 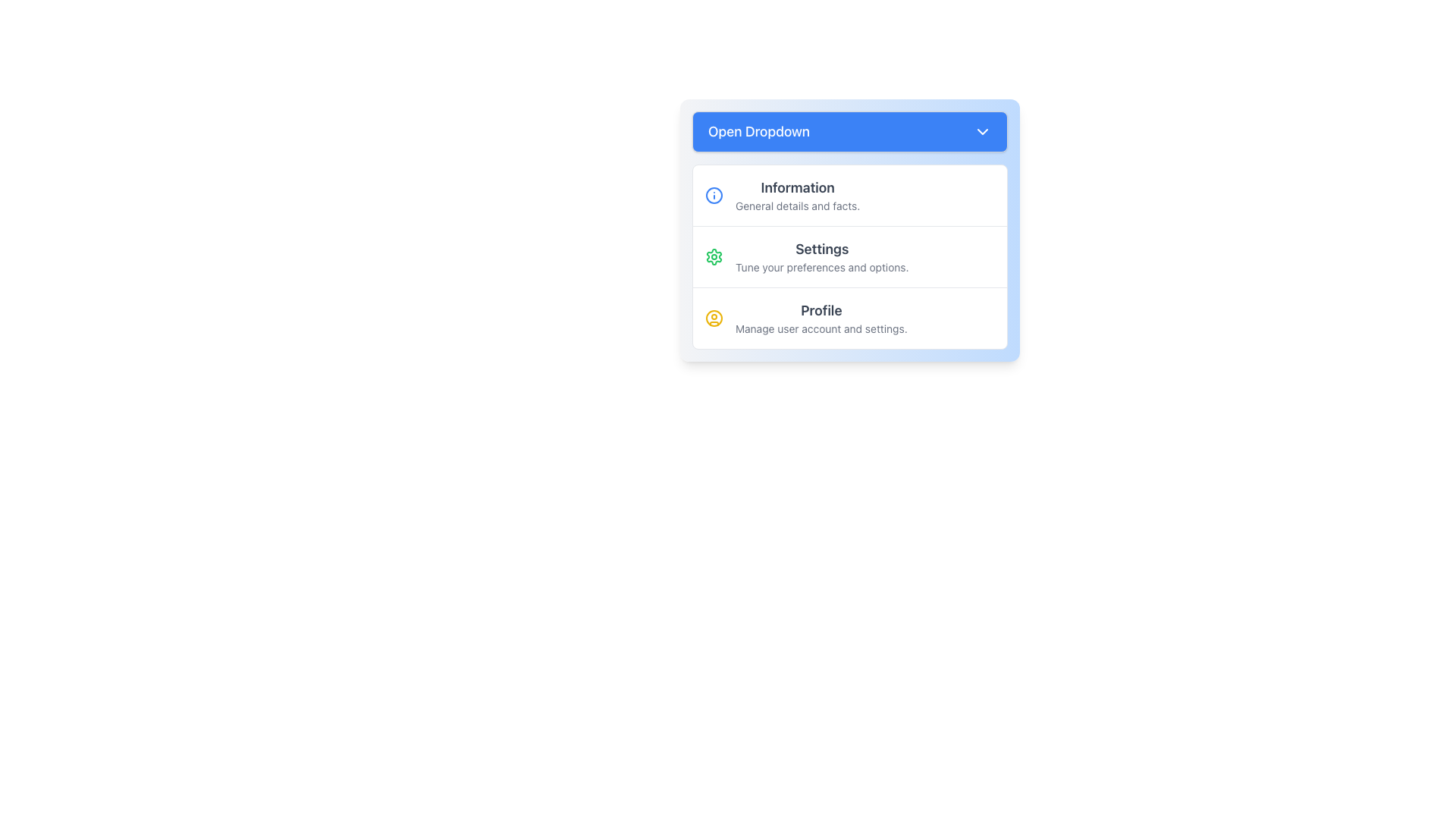 I want to click on the icon located to the right of the blue 'Open Dropdown' button, so click(x=983, y=130).